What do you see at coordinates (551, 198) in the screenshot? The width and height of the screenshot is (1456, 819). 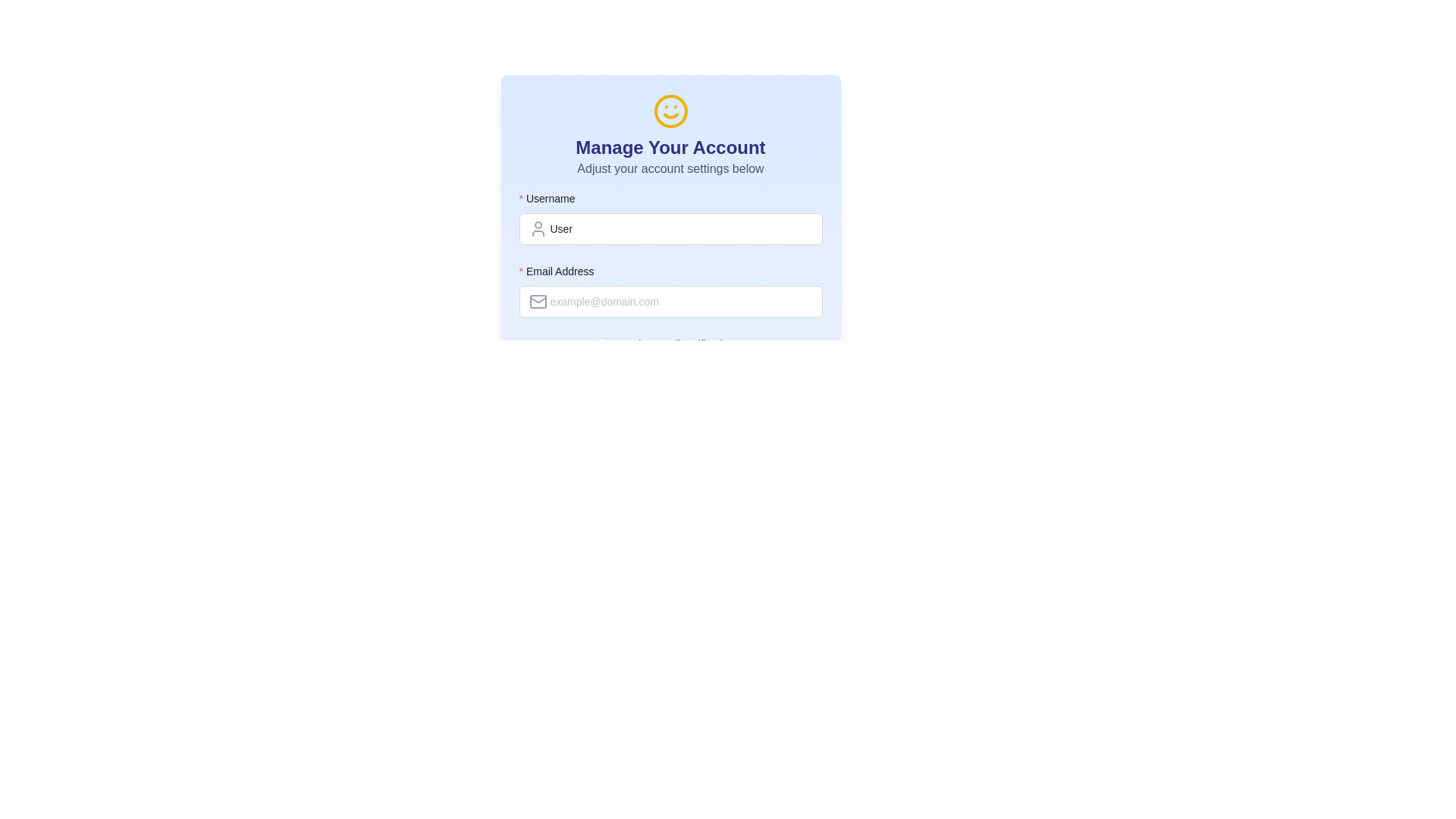 I see `the first label in the form that indicates the expected information for the username input field, positioned directly above the username input field` at bounding box center [551, 198].